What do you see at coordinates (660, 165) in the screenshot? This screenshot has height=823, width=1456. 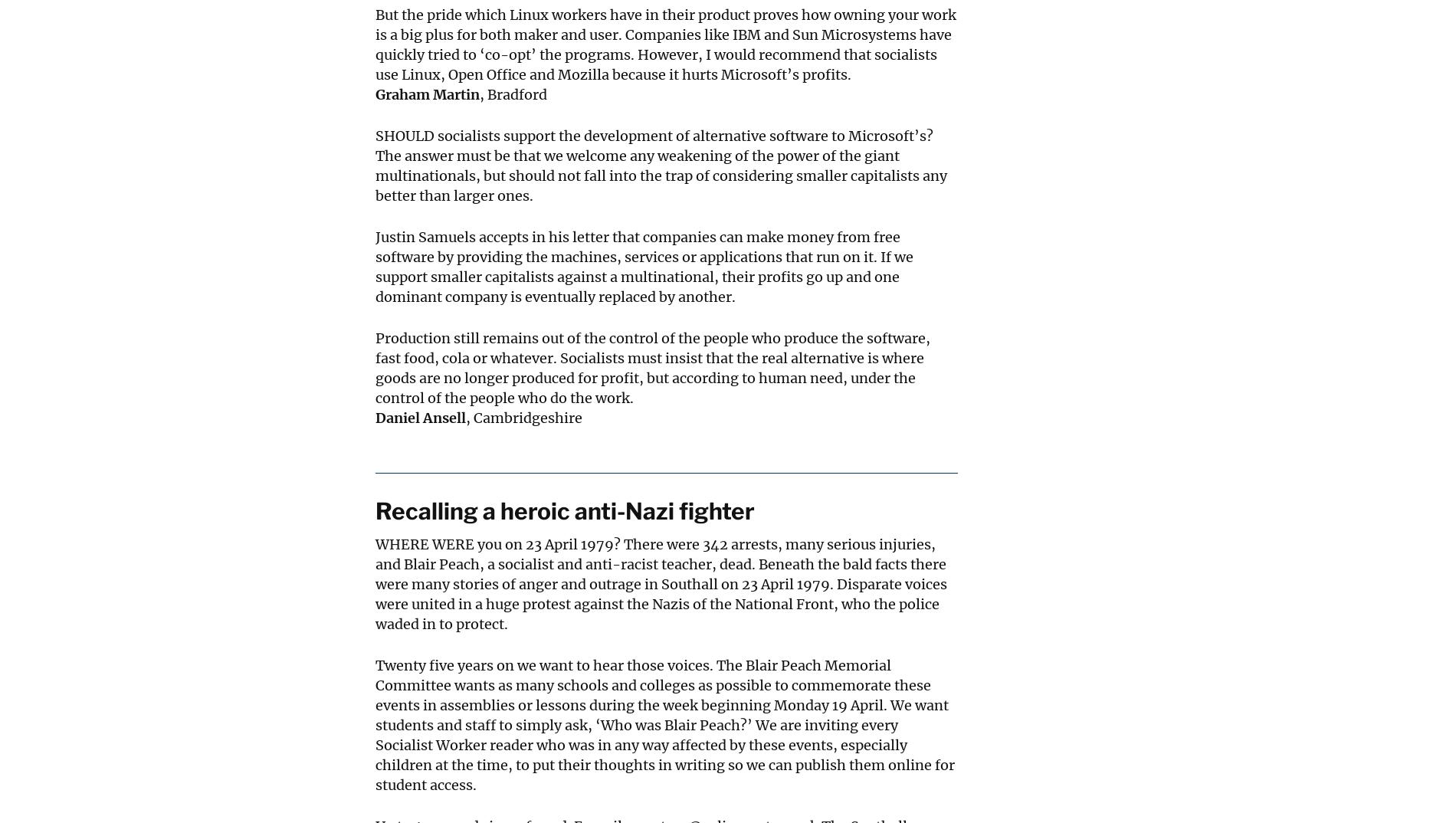 I see `'SHOULD socialists support the development of alternative software to Microsoft’s? The answer must be that we welcome any weakening of the power of the giant multinationals, but should not fall into the trap of considering smaller capitalists any better than larger ones.'` at bounding box center [660, 165].